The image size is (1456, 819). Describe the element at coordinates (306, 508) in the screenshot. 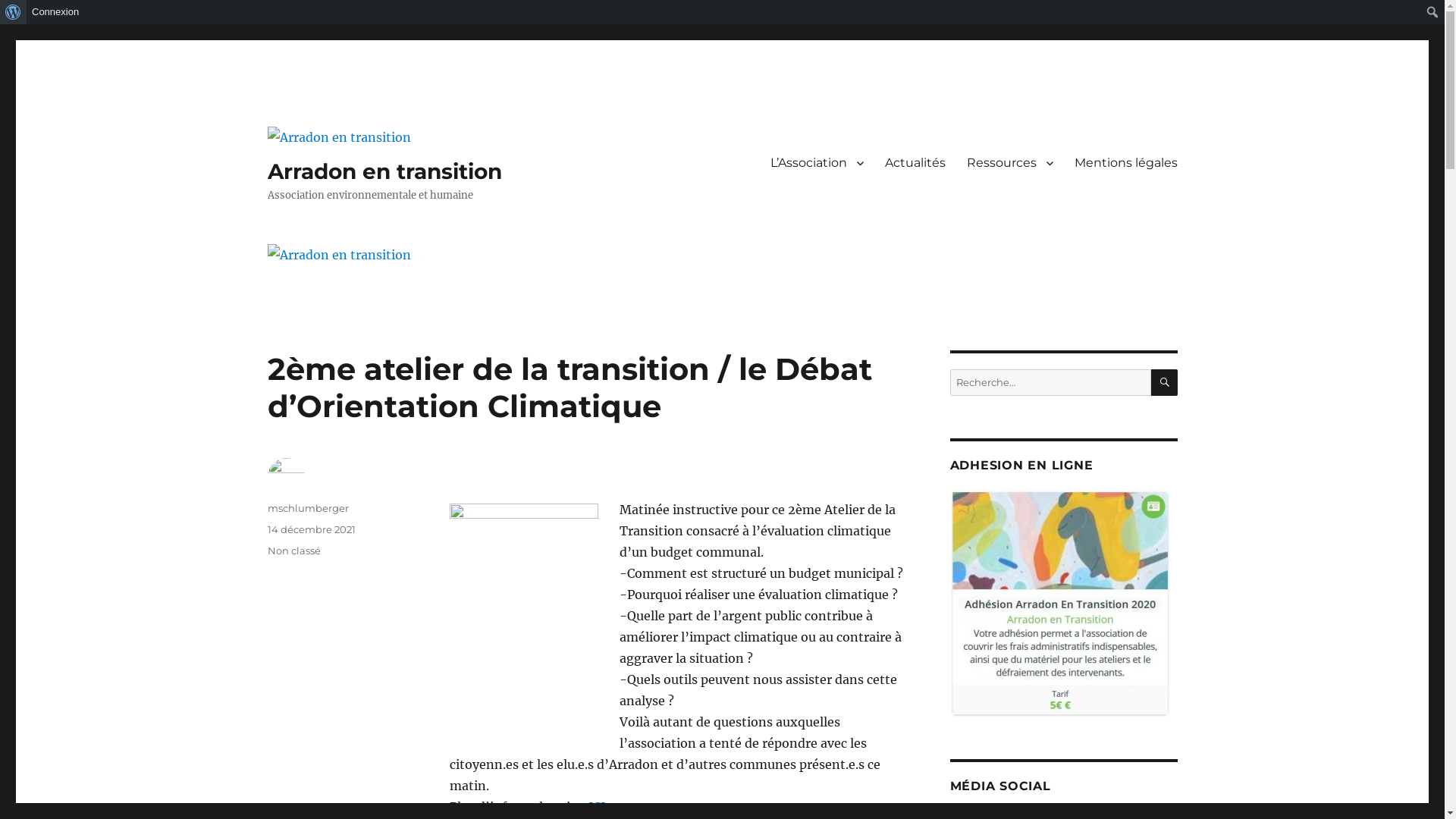

I see `'mschlumberger'` at that location.